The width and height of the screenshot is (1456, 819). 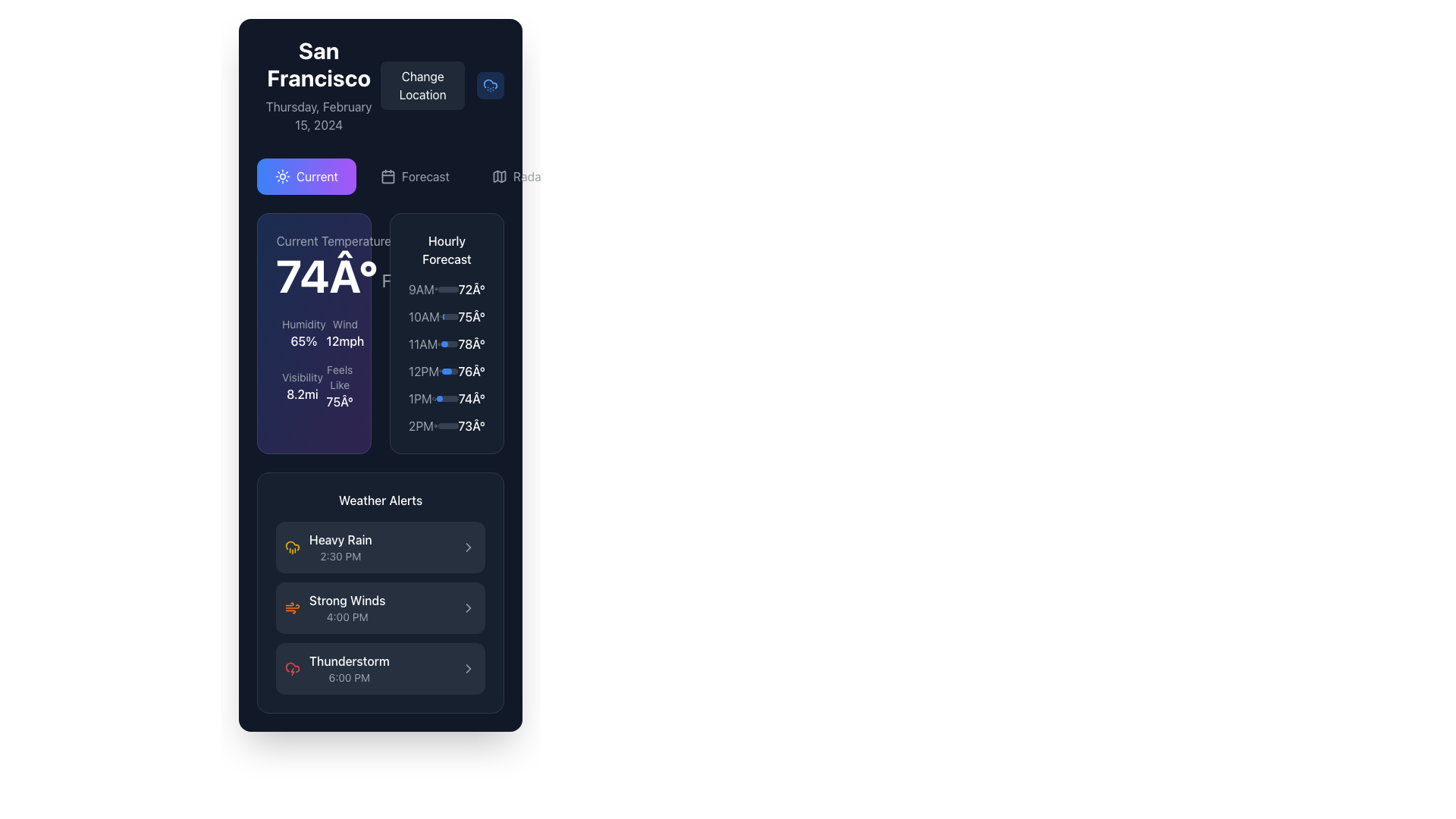 What do you see at coordinates (292, 332) in the screenshot?
I see `current humidity level displayed in the top-left corner of the environmental metrics grid, above the 'Visibility' metric and to the left of the 'Wind' statistic` at bounding box center [292, 332].